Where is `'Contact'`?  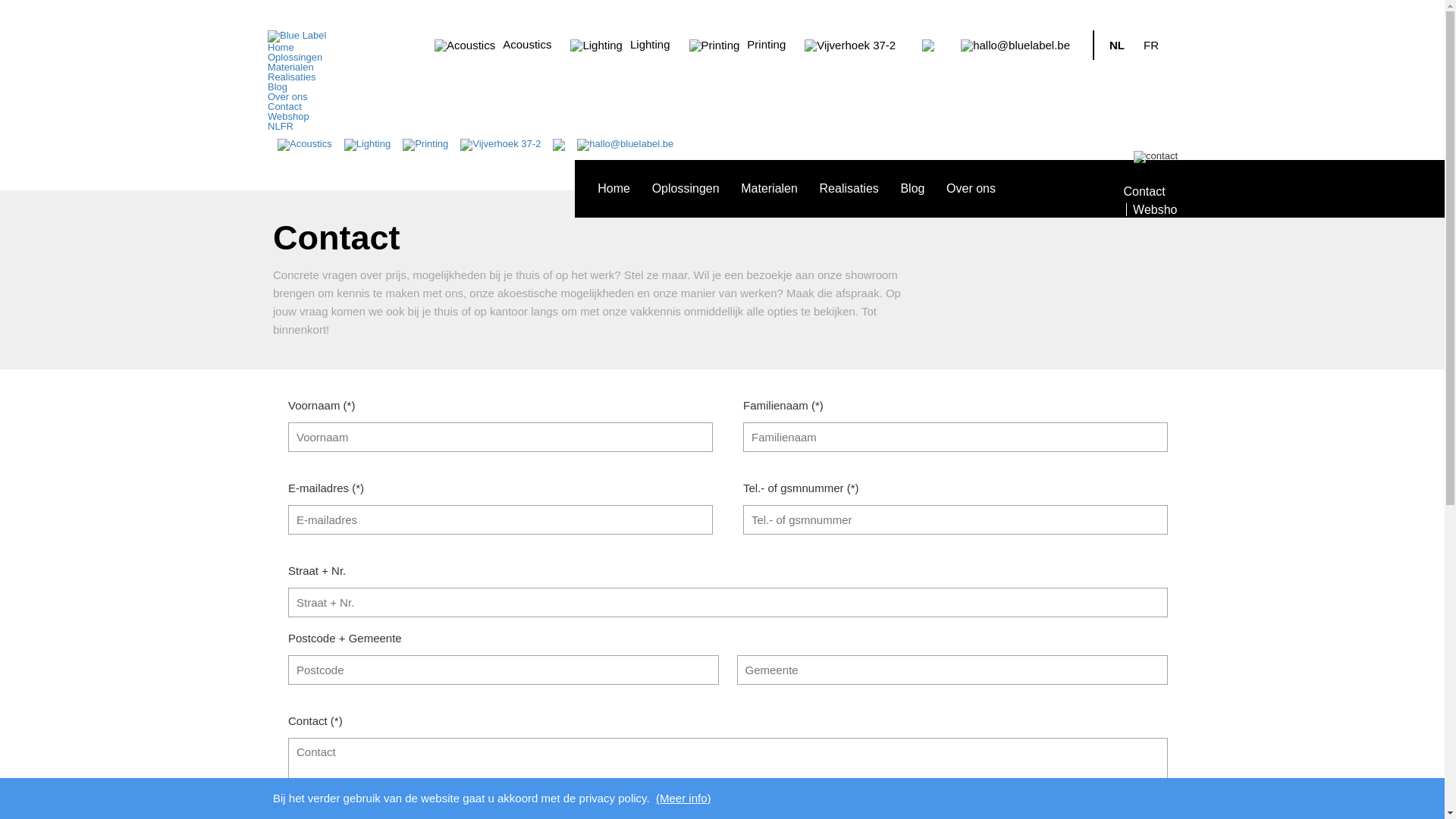
'Contact' is located at coordinates (268, 105).